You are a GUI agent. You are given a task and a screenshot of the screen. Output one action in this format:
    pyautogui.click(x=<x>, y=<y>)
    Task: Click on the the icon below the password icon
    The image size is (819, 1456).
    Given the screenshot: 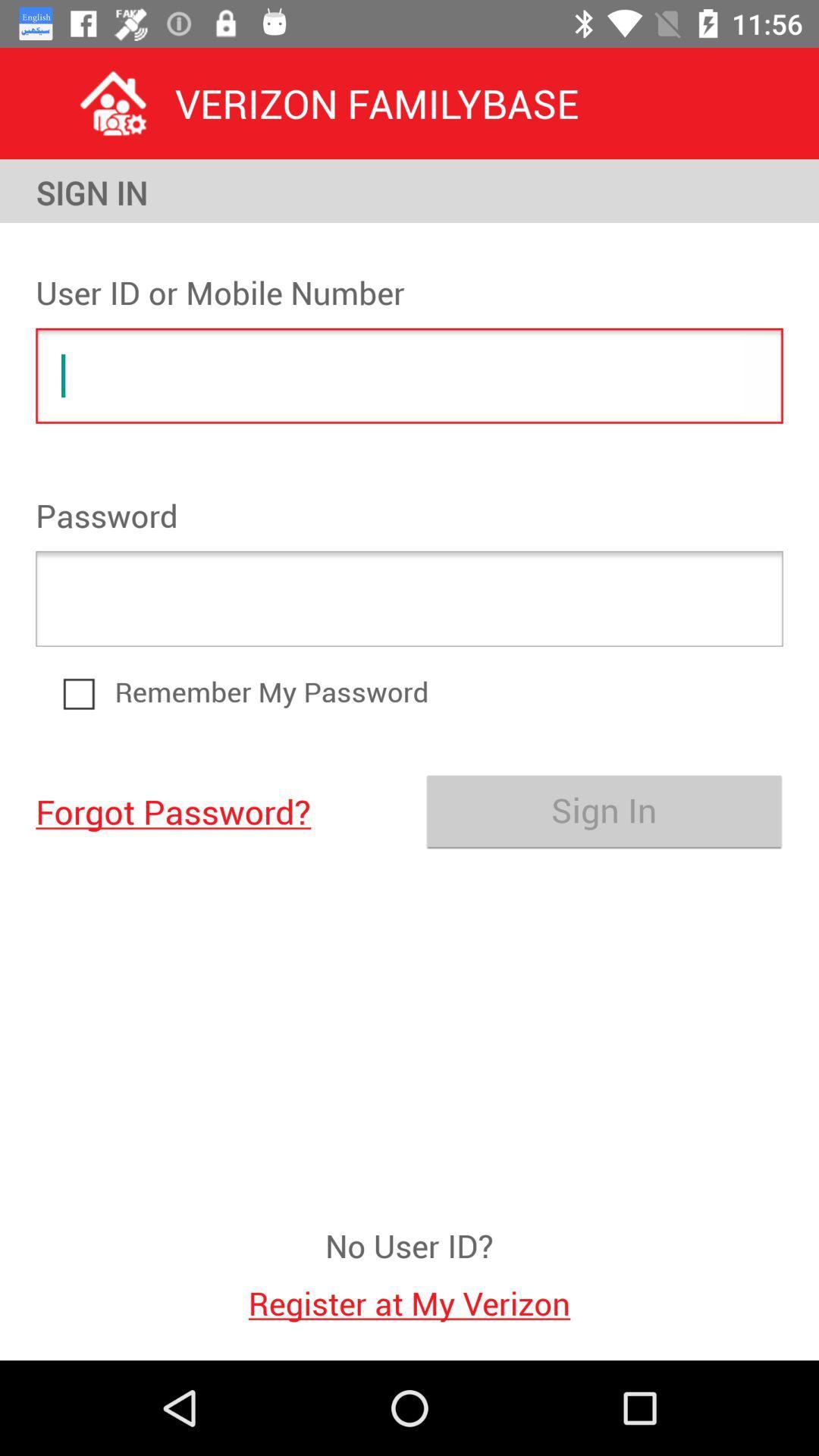 What is the action you would take?
    pyautogui.click(x=409, y=598)
    